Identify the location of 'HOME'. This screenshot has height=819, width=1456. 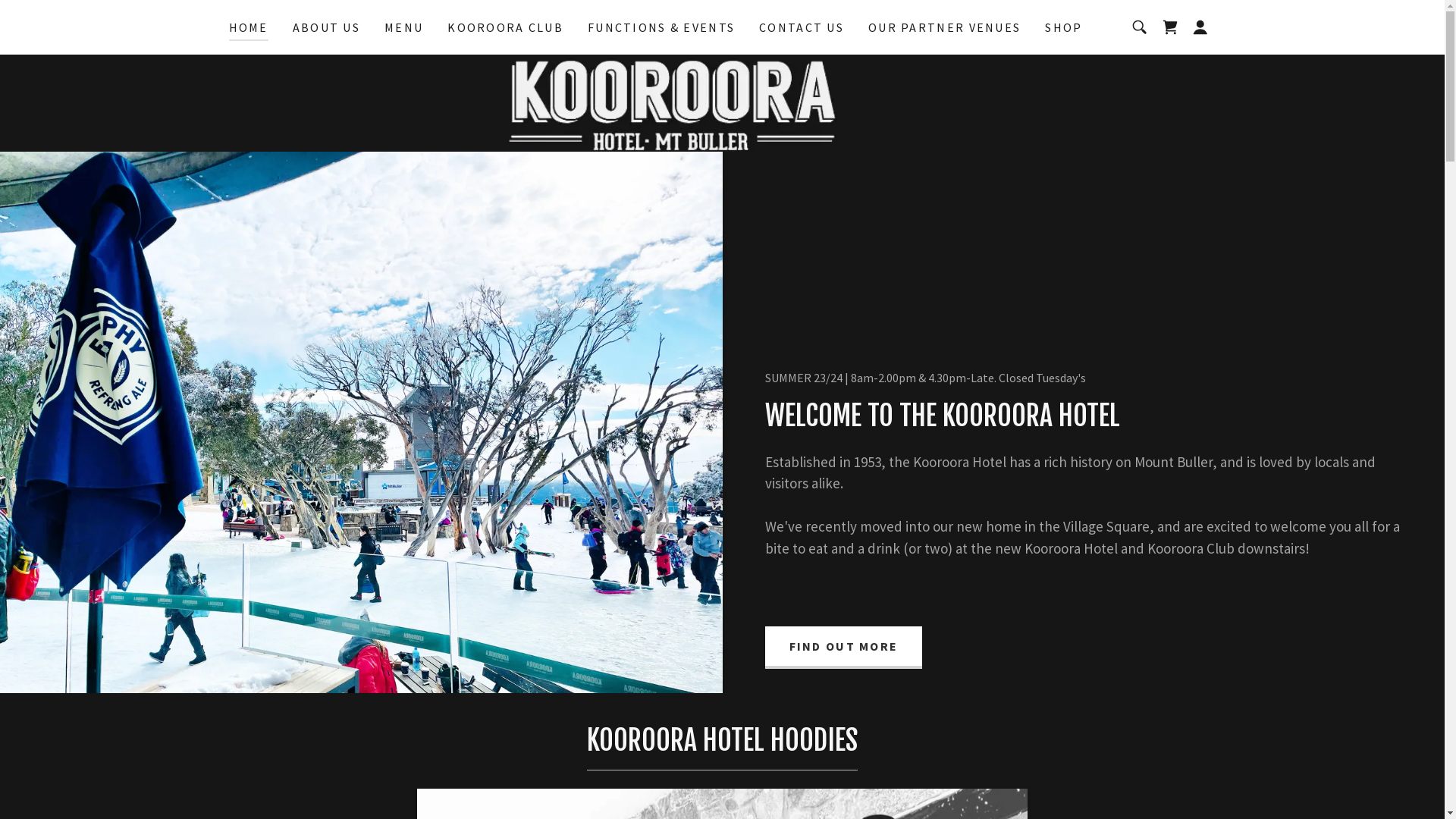
(228, 29).